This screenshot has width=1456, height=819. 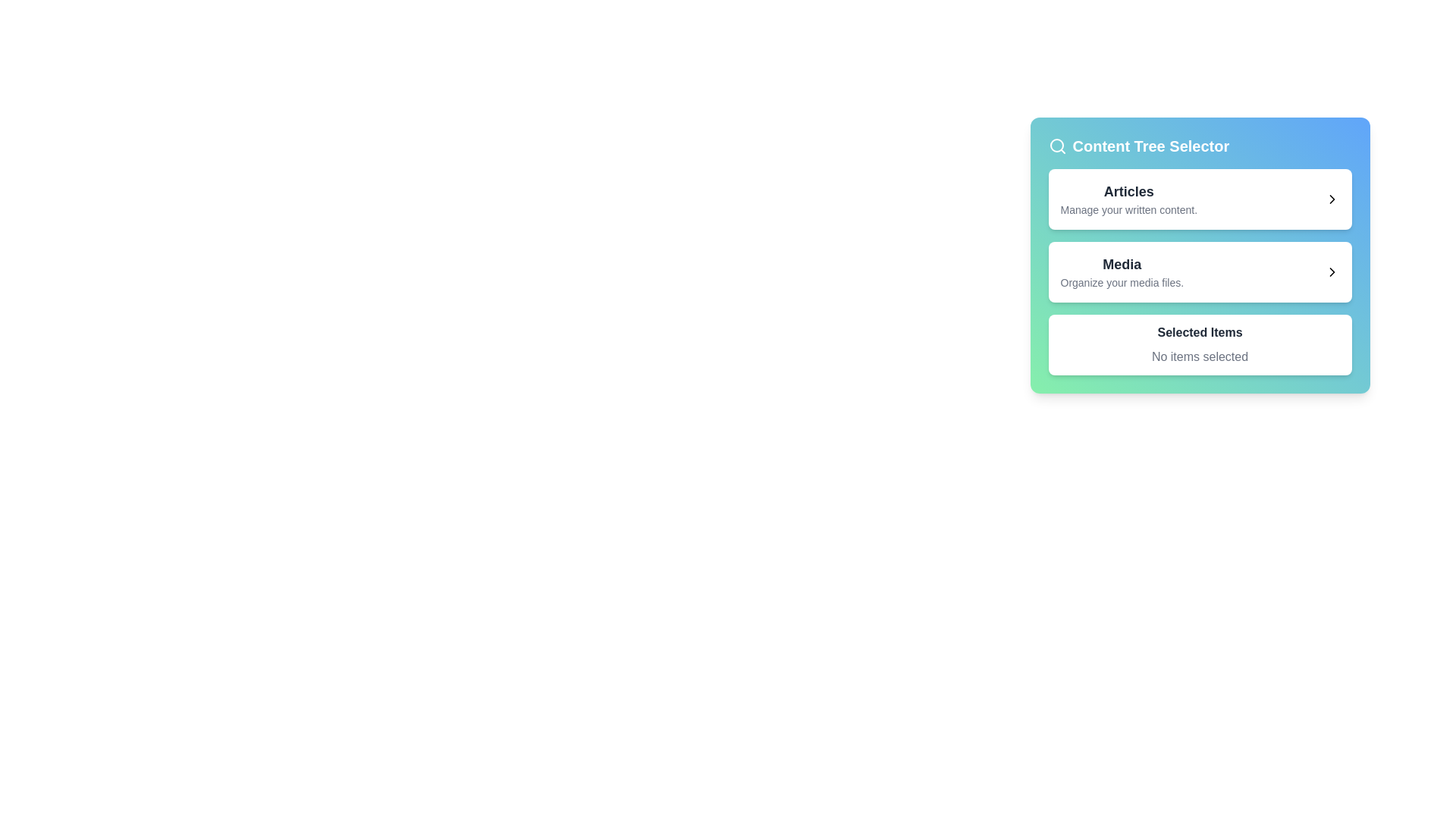 I want to click on the decorative circular shape that is part of the search icon located in the top-left corner of the 'Content Tree Selector' panel, so click(x=1056, y=146).